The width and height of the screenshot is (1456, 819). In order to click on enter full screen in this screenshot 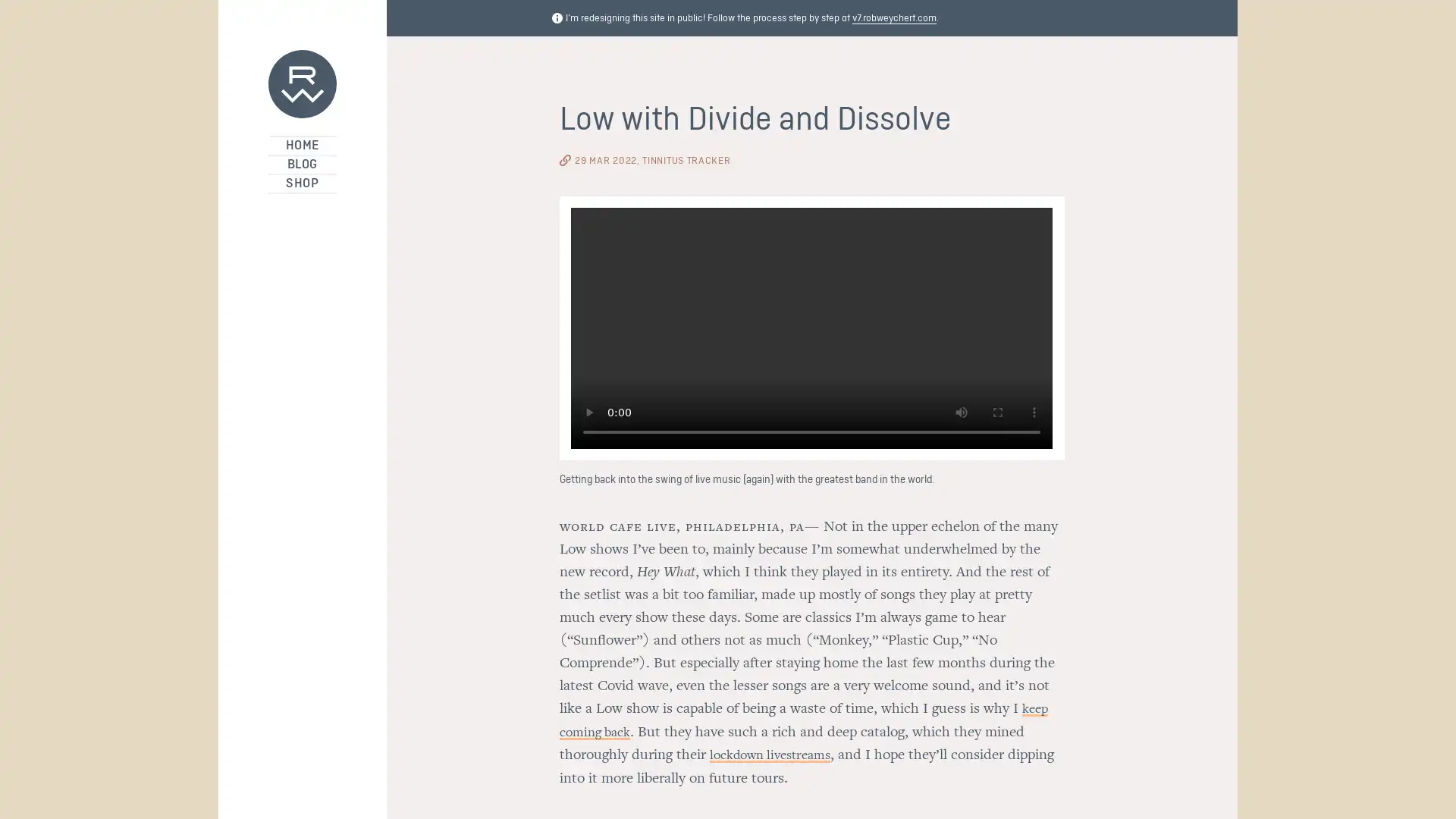, I will do `click(997, 415)`.